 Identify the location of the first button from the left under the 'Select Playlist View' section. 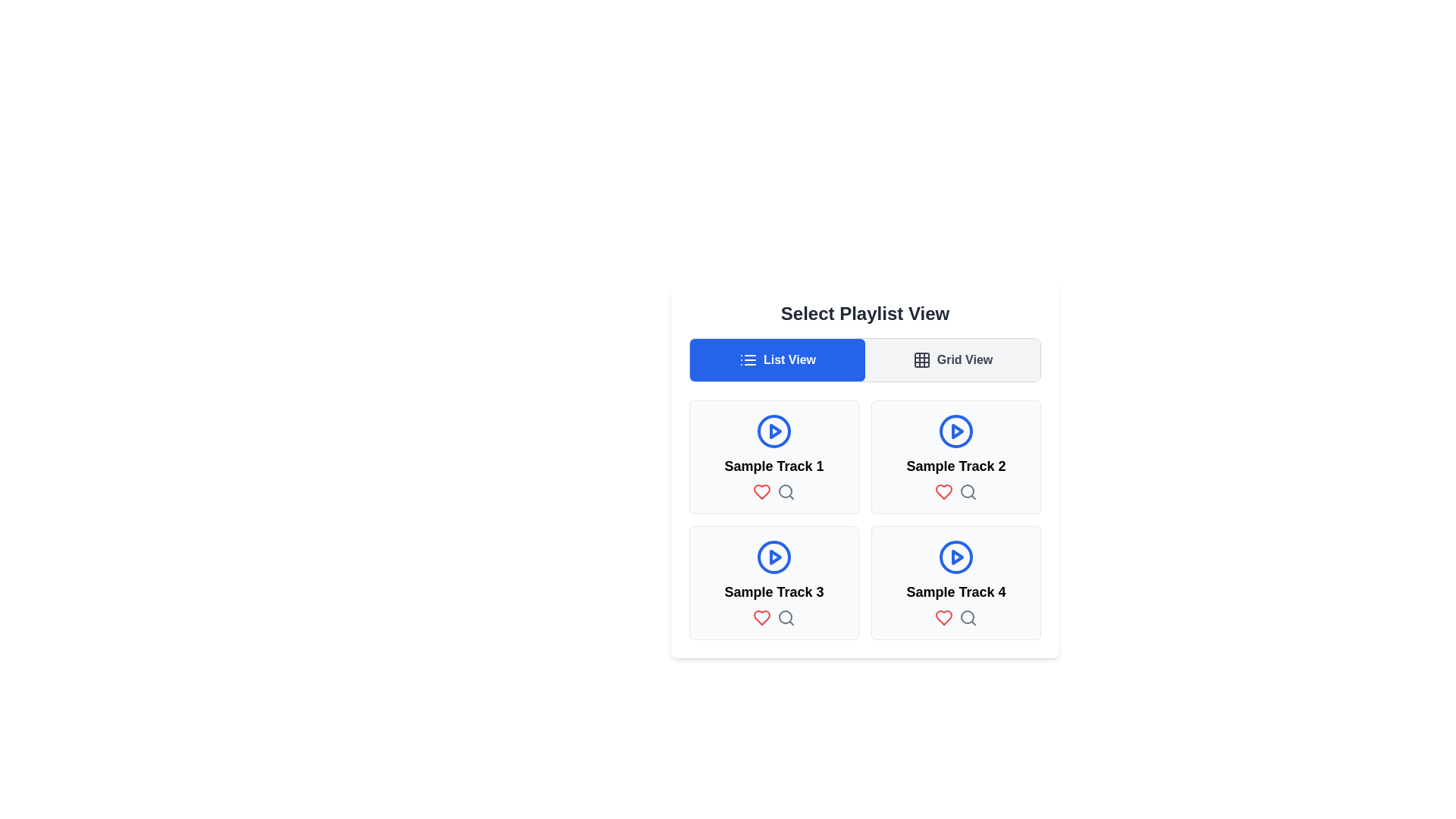
(777, 359).